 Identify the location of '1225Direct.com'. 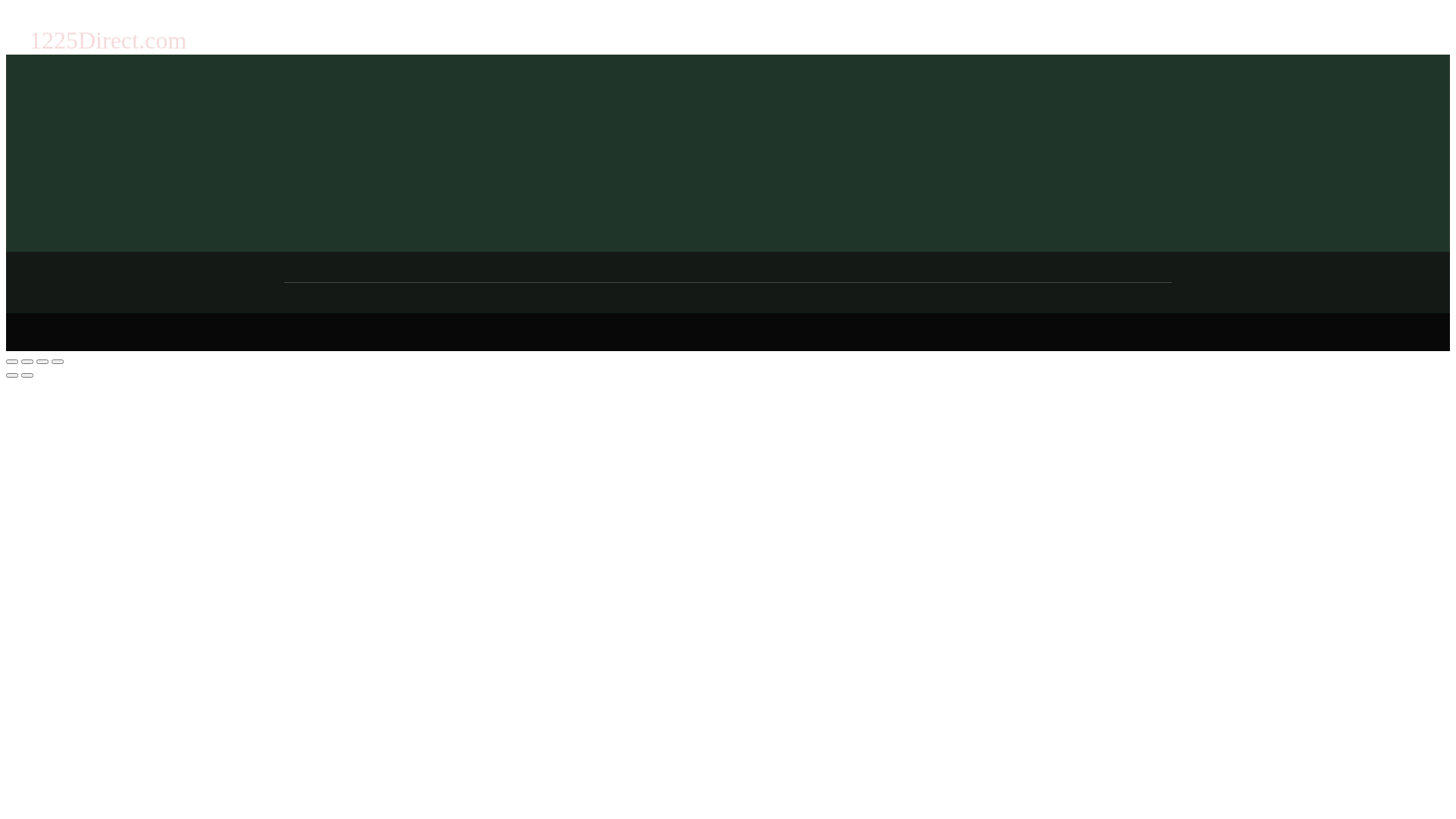
(29, 39).